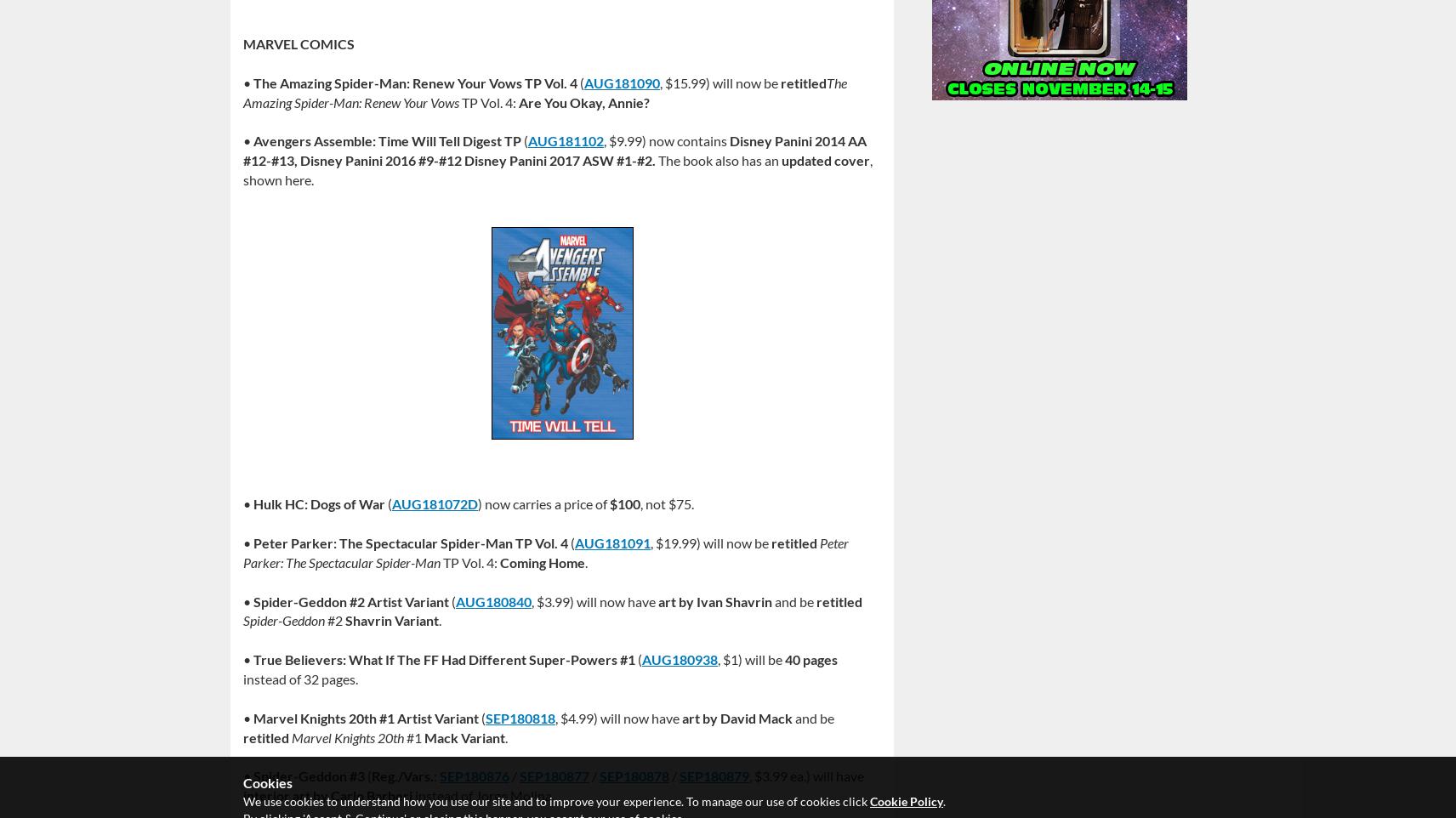 Image resolution: width=1456 pixels, height=818 pixels. I want to click on 'Spider-Geddon #3', so click(307, 775).